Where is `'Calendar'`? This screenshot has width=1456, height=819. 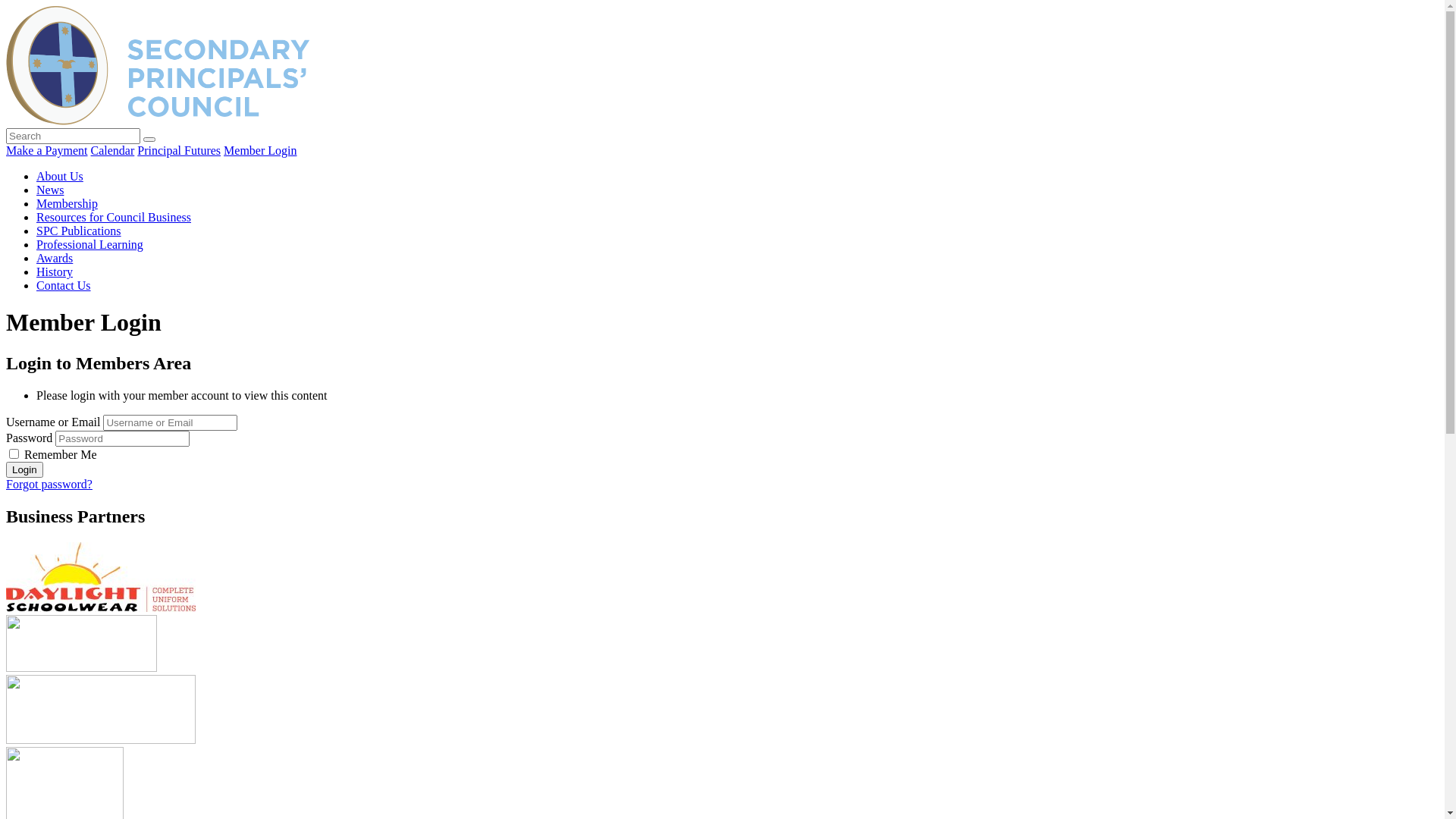
'Calendar' is located at coordinates (111, 150).